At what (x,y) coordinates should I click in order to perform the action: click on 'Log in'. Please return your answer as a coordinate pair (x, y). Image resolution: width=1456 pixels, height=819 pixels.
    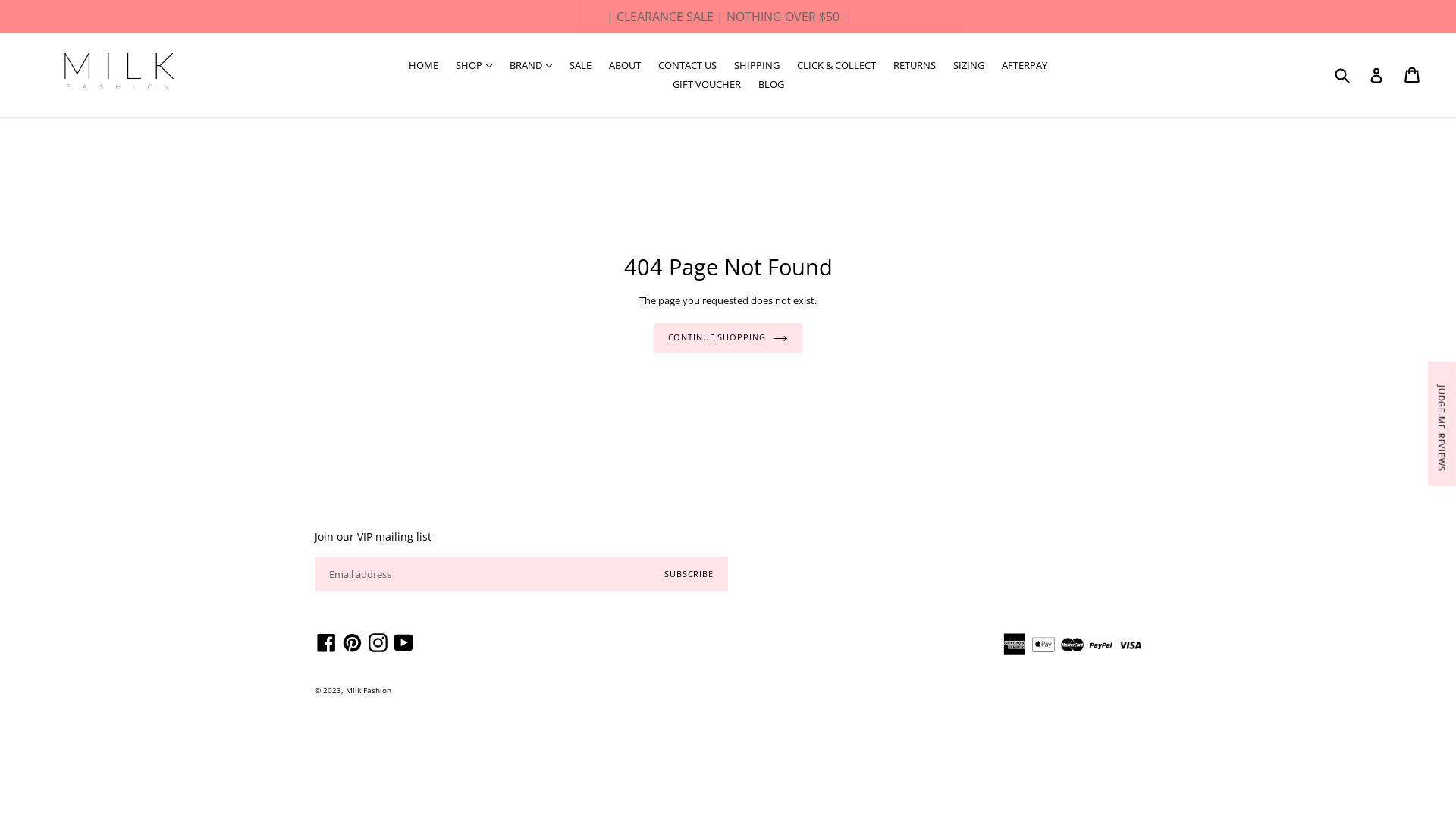
    Looking at the image, I should click on (1376, 75).